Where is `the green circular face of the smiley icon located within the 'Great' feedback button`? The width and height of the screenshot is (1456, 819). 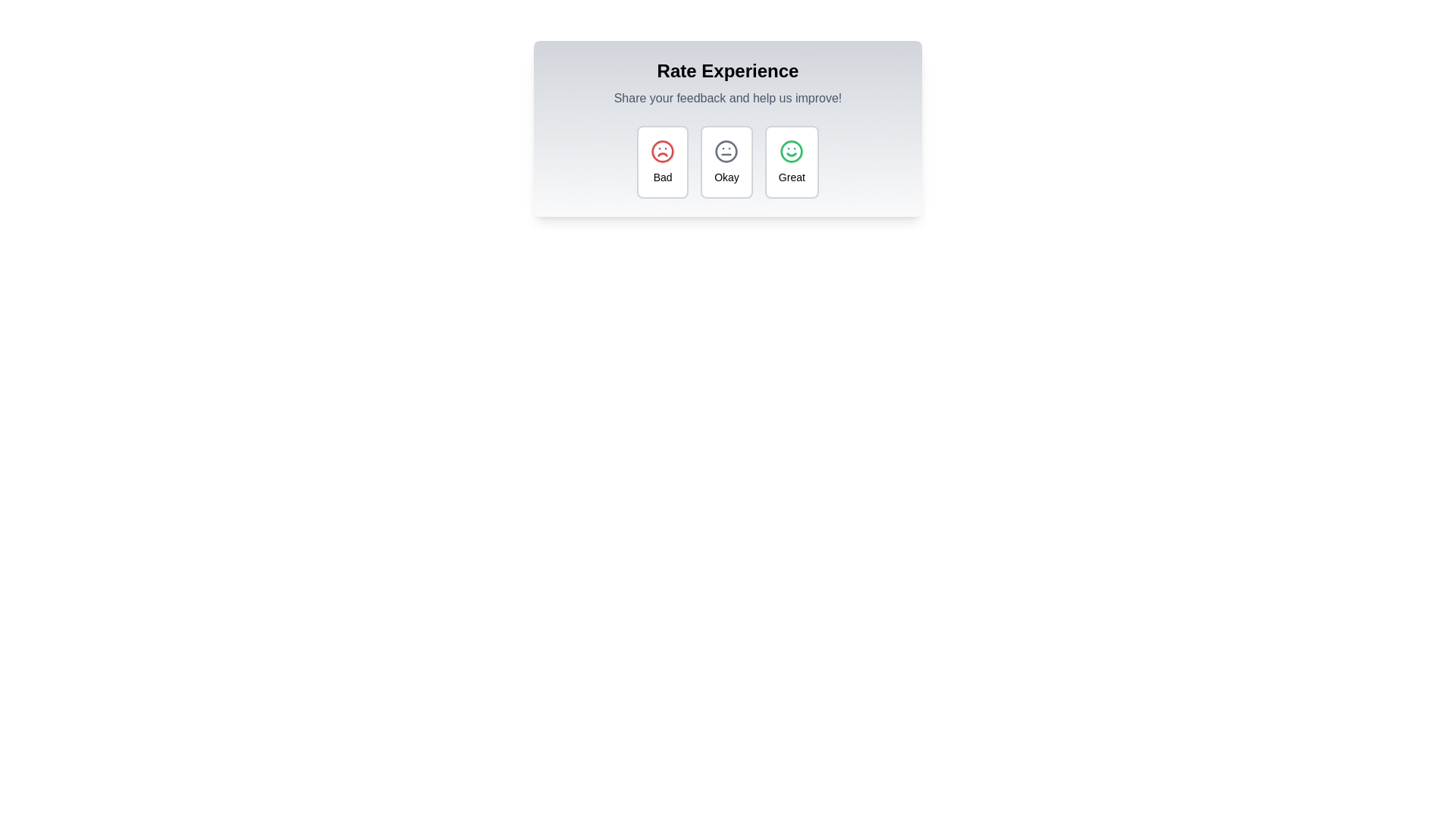
the green circular face of the smiley icon located within the 'Great' feedback button is located at coordinates (791, 152).